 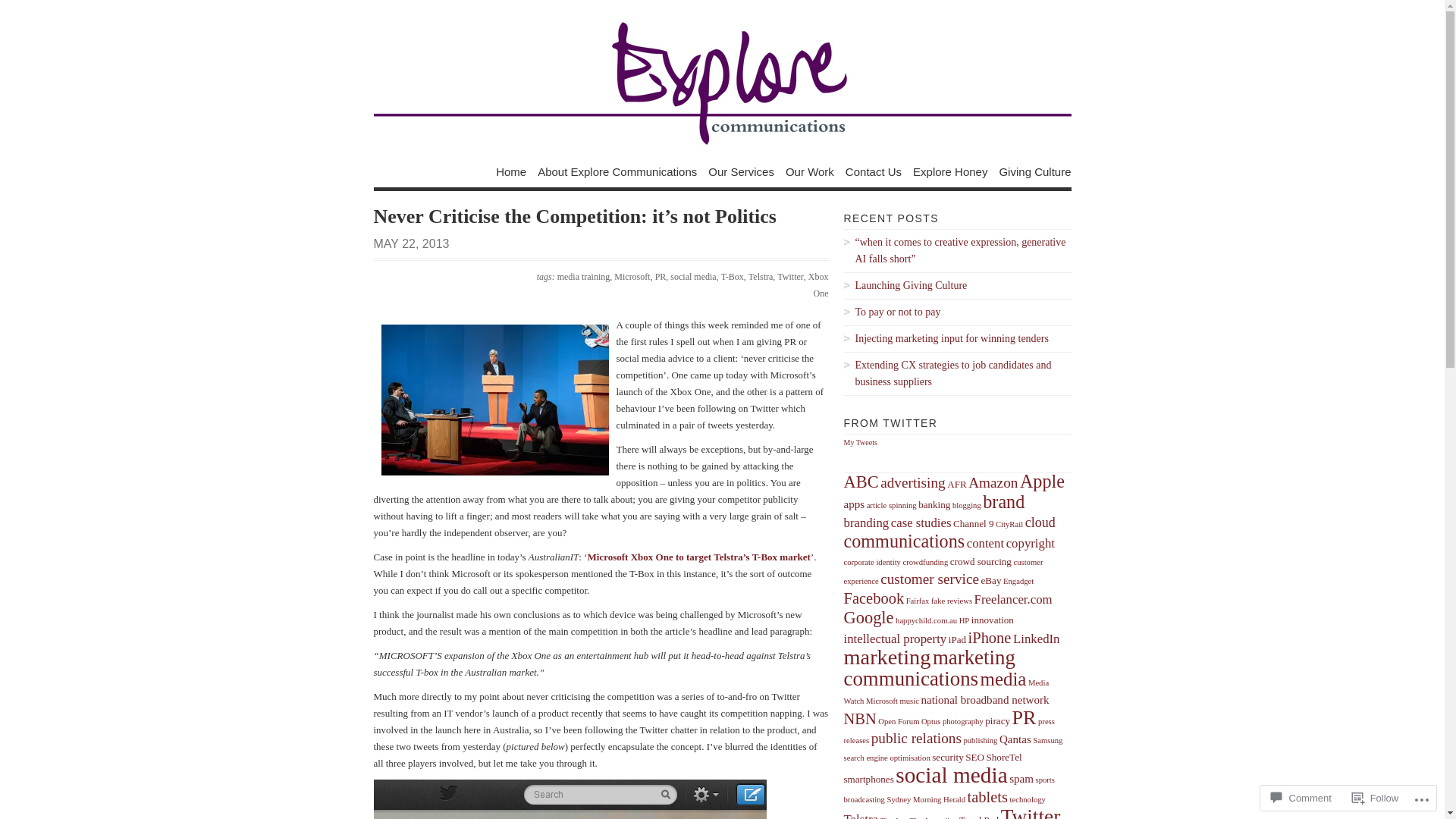 I want to click on 'national broadband network', so click(x=920, y=699).